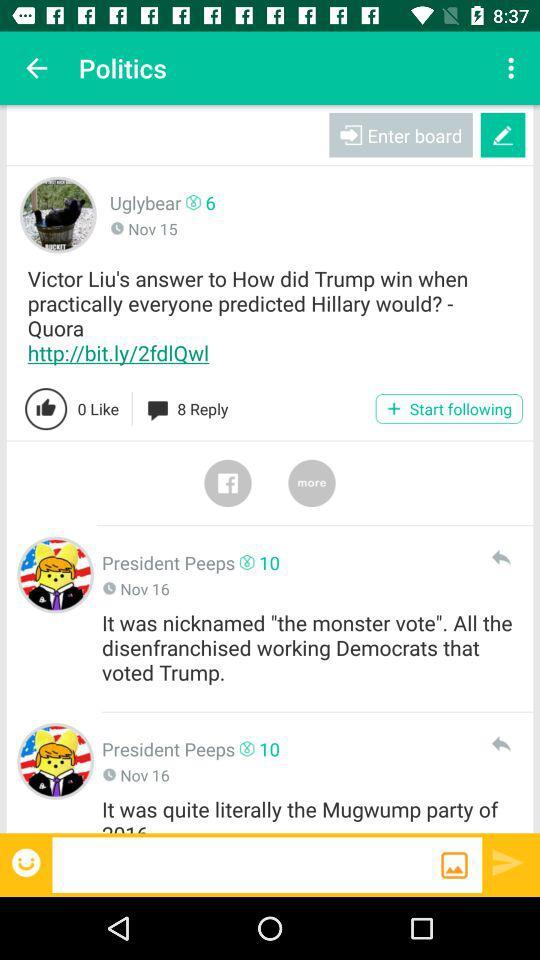 The height and width of the screenshot is (960, 540). Describe the element at coordinates (499, 743) in the screenshot. I see `allows the user to reply to the comment` at that location.